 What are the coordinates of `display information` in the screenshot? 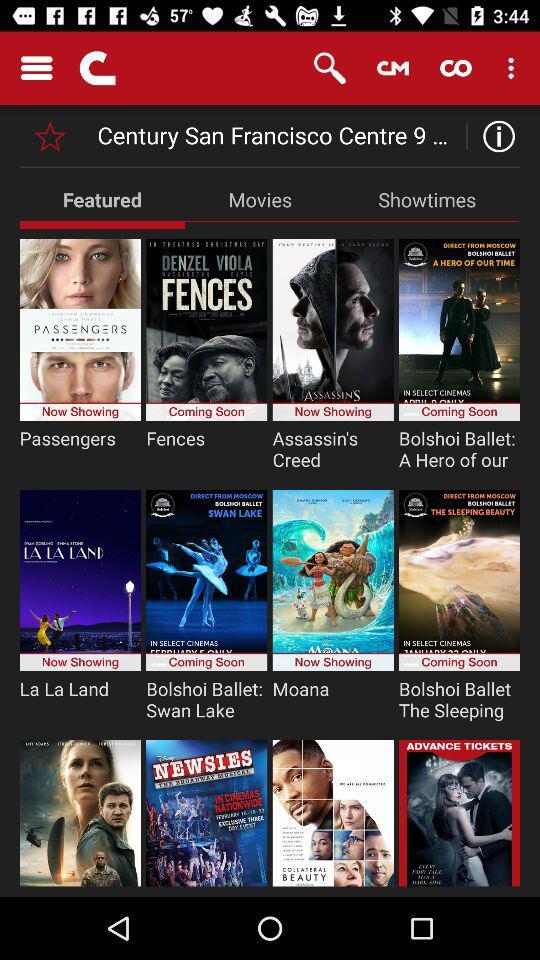 It's located at (492, 135).